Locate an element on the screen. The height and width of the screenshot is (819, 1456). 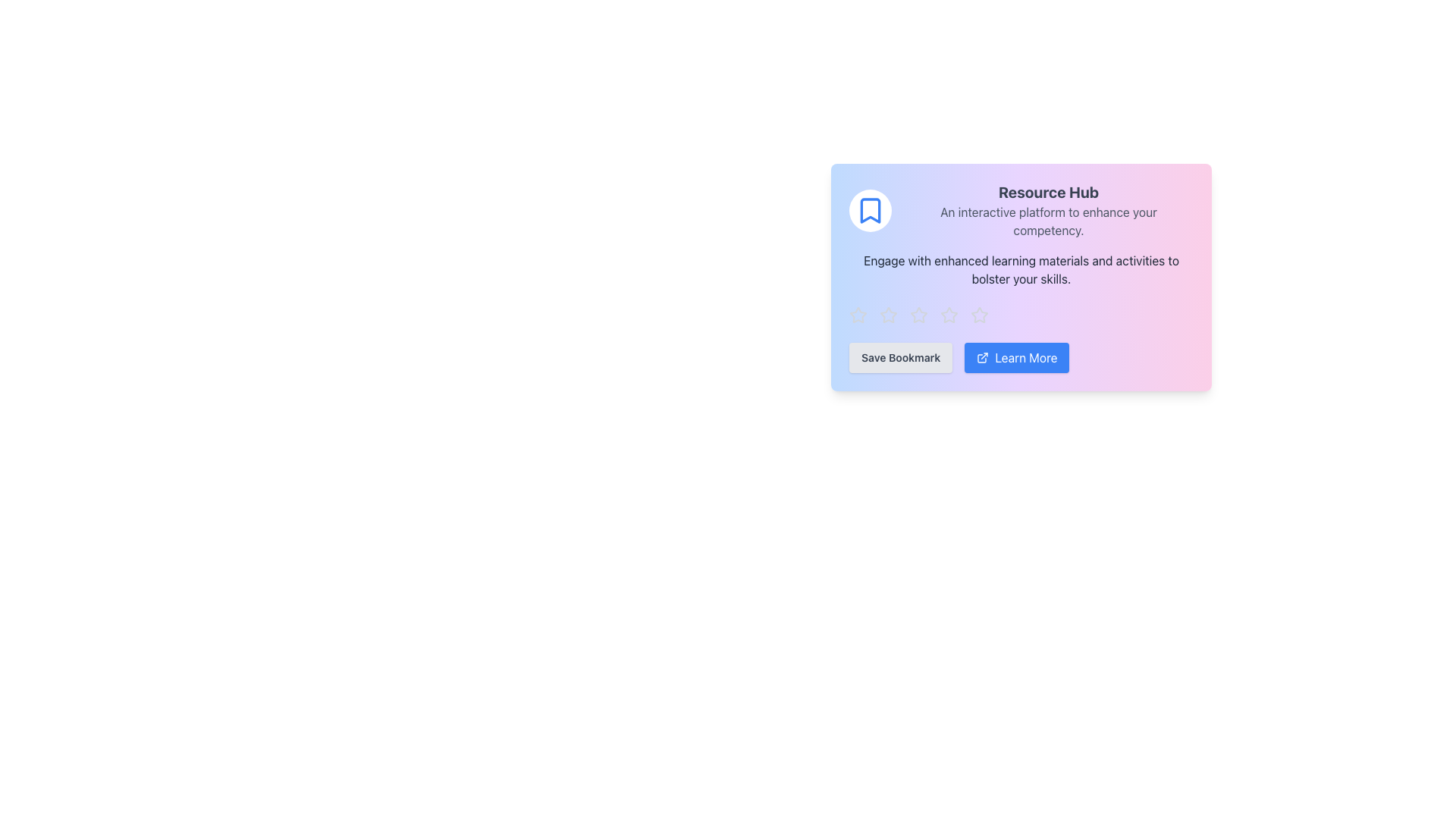
the second star in the rating system is located at coordinates (888, 315).